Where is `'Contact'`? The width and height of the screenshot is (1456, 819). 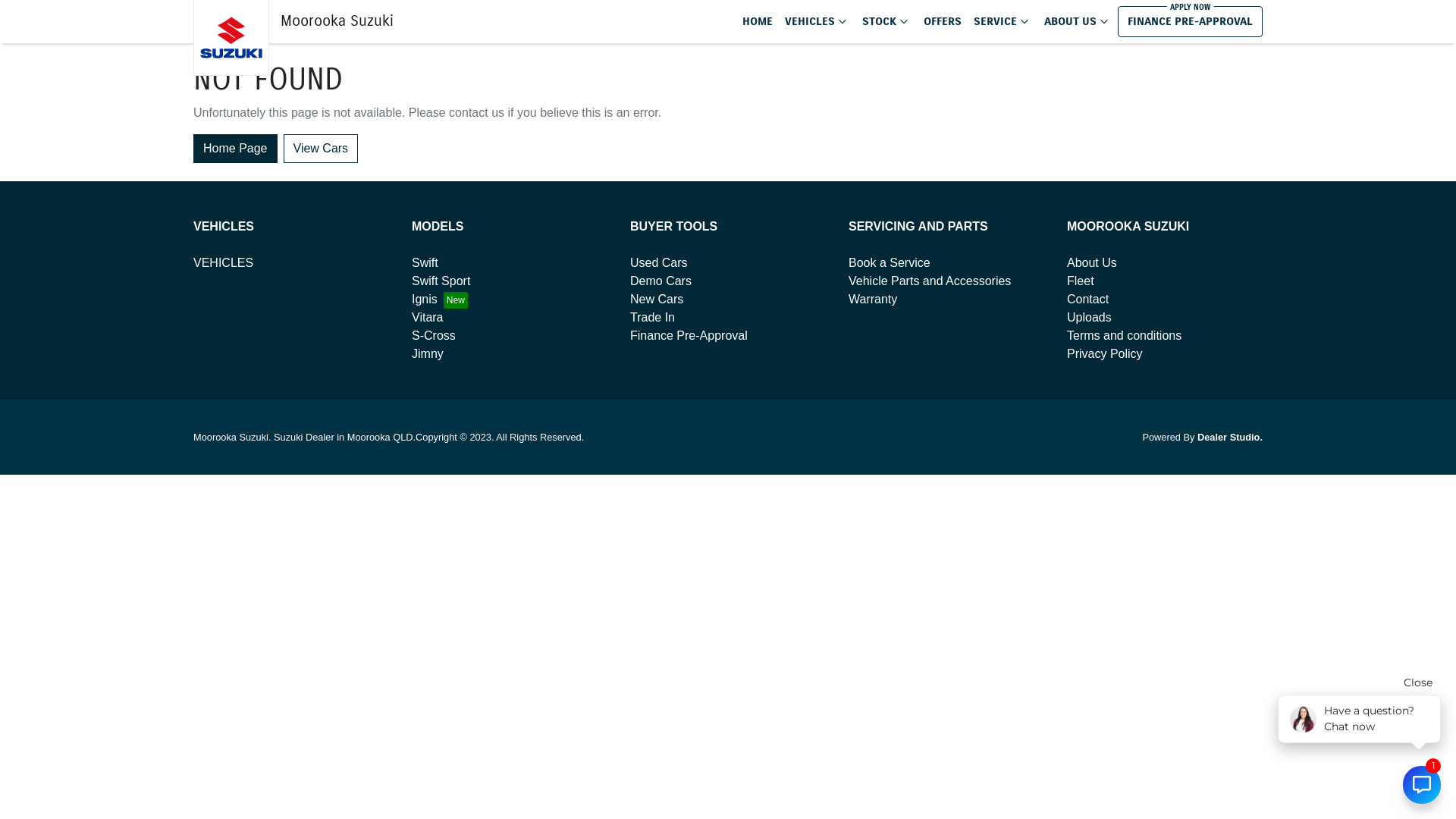
'Contact' is located at coordinates (1065, 299).